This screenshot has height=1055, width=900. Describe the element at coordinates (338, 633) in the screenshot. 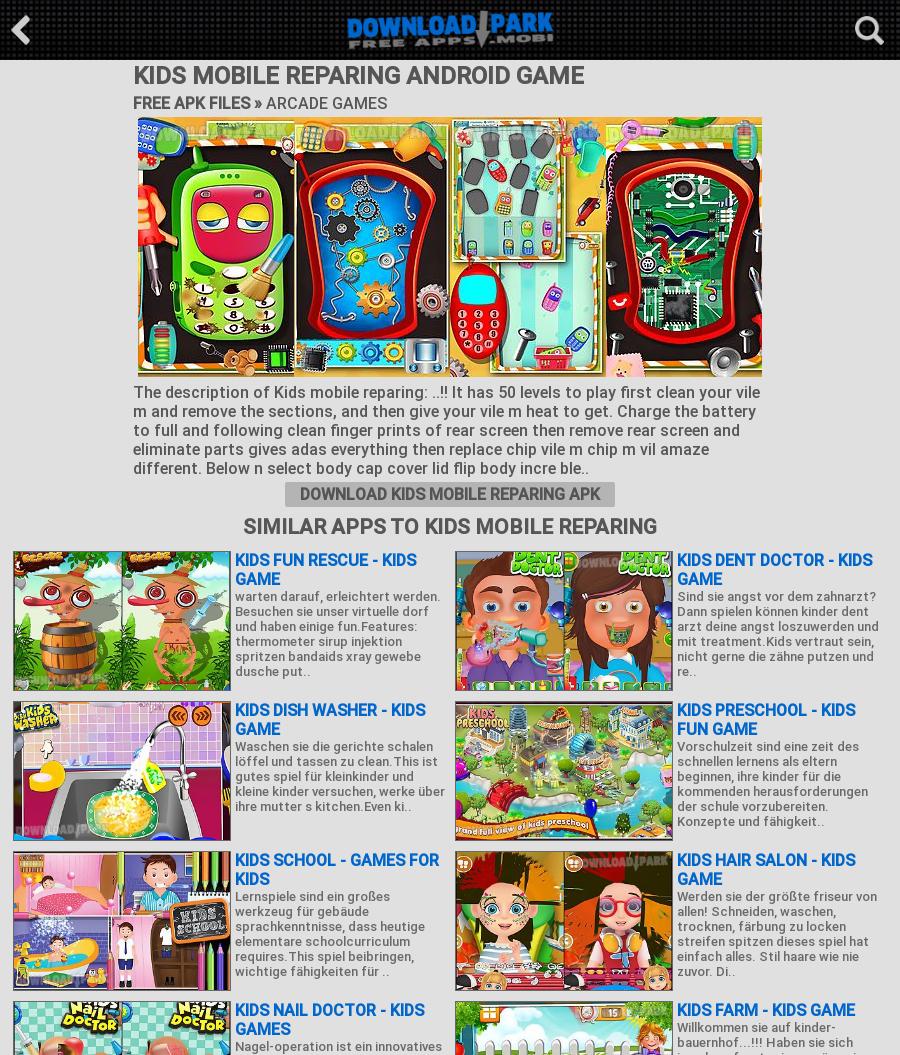

I see `'warten darauf, erleichtert werden. Besuchen sie unser virtuelle dorf und haben einige fun.Features: thermometer sirup injektion spritzen bandaids xray gewebe dusche put..'` at that location.